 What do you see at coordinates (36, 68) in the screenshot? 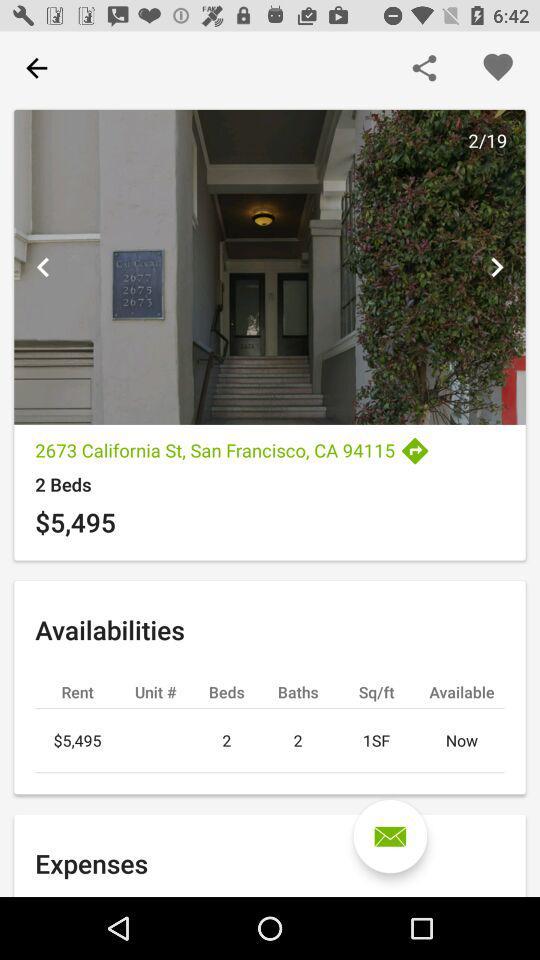
I see `back to the previous page` at bounding box center [36, 68].